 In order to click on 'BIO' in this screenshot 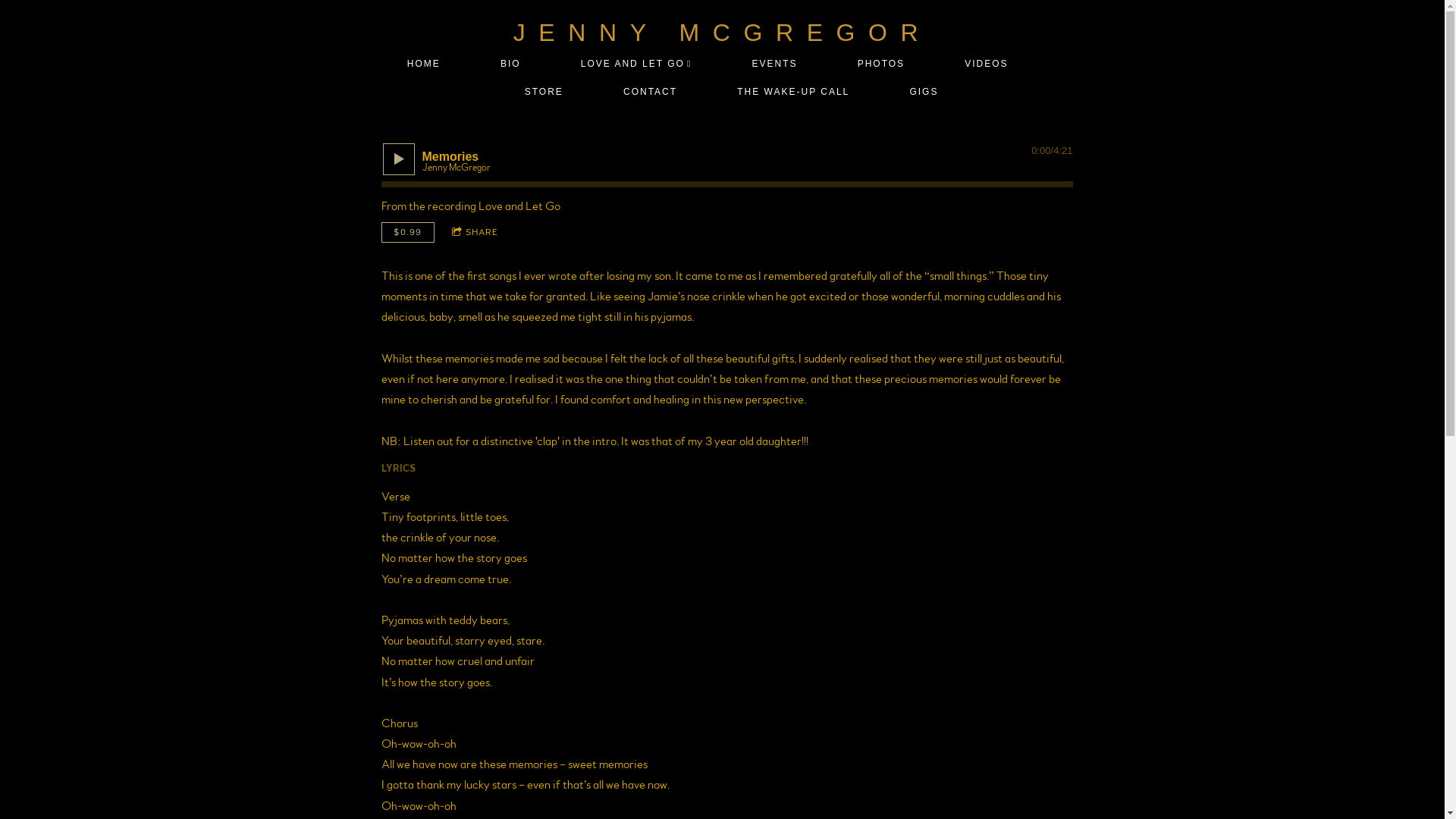, I will do `click(510, 63)`.